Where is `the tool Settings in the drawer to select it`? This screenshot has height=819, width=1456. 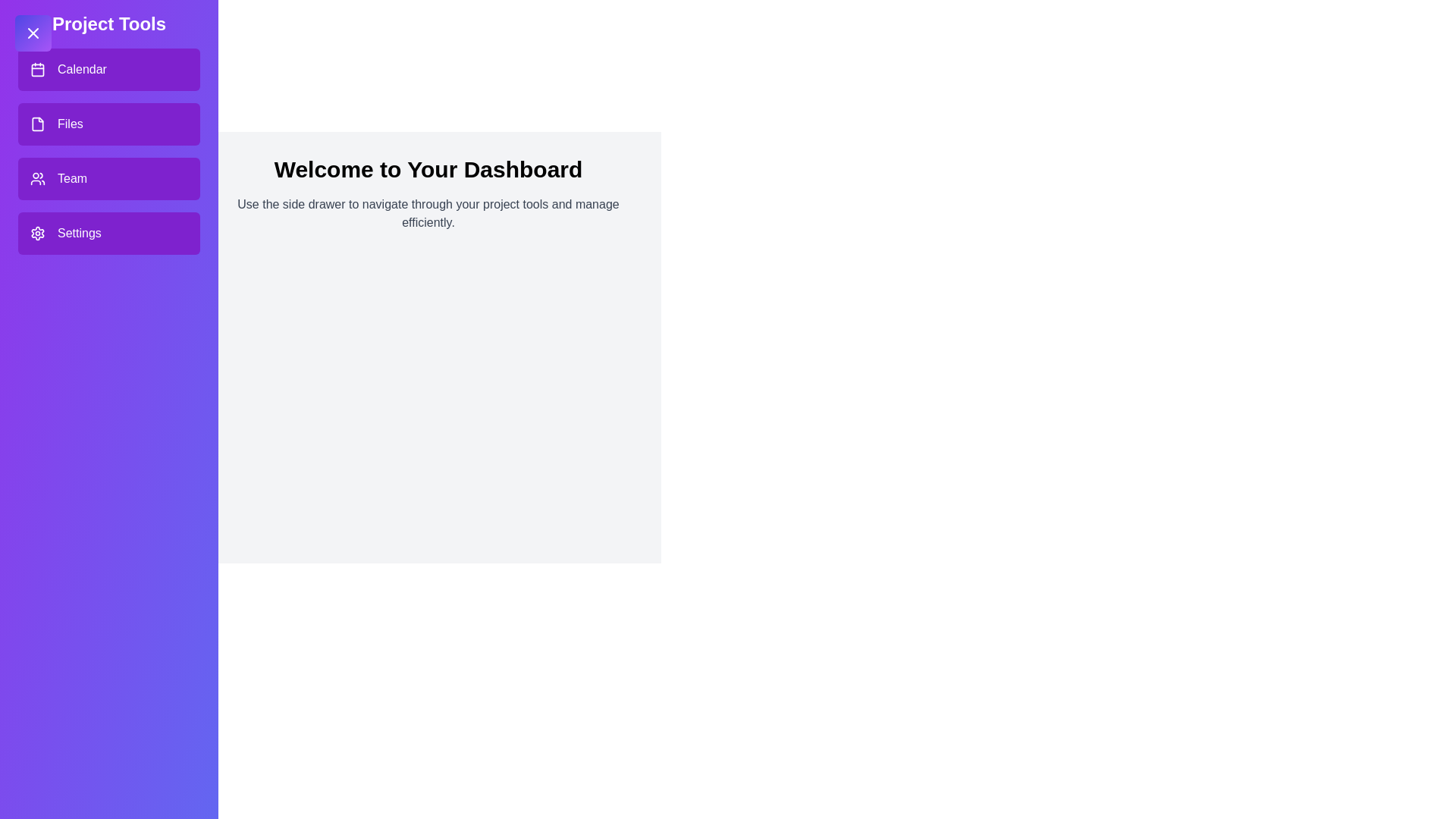
the tool Settings in the drawer to select it is located at coordinates (108, 234).